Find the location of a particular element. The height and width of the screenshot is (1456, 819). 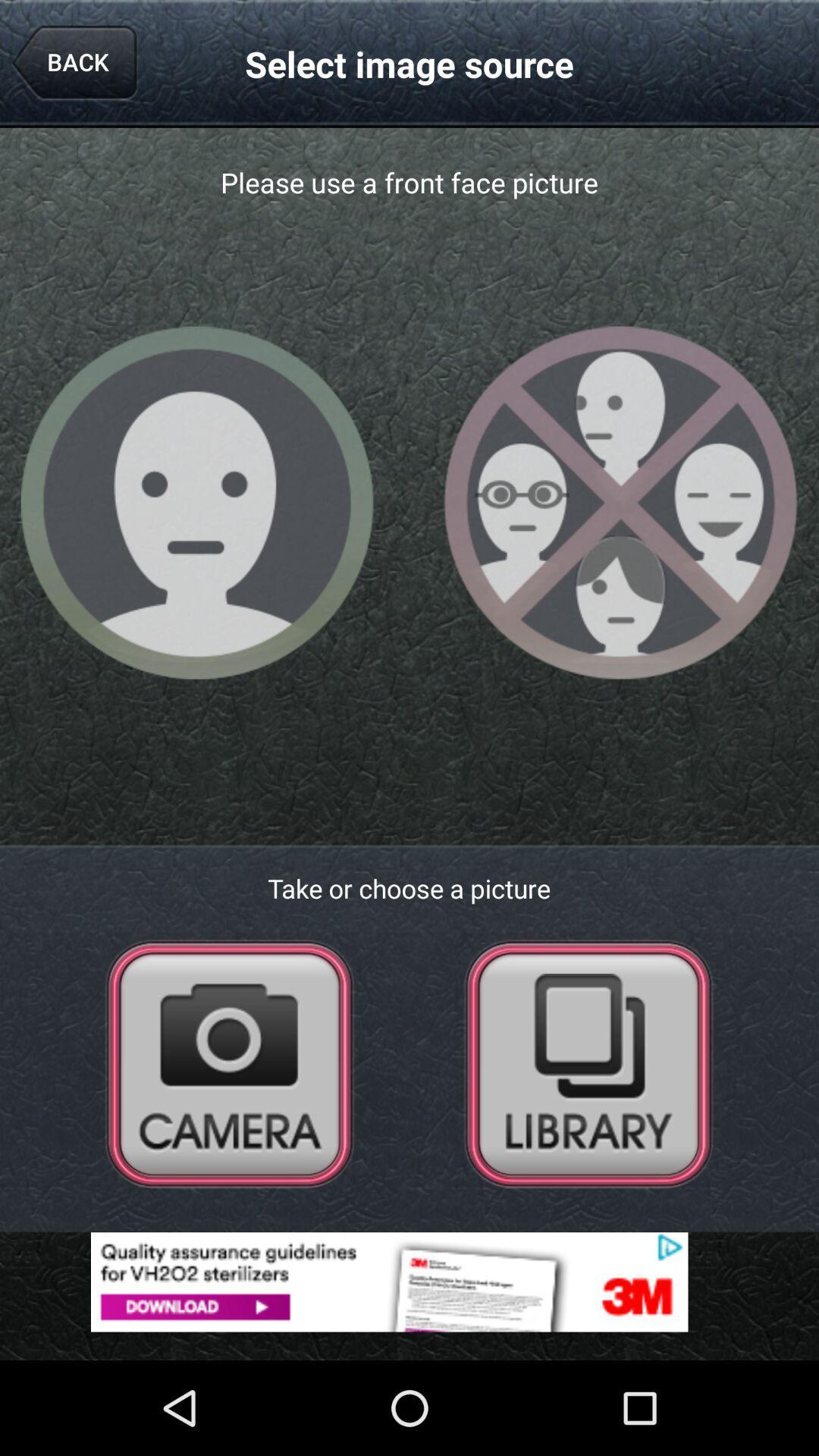

open the camera is located at coordinates (230, 1062).